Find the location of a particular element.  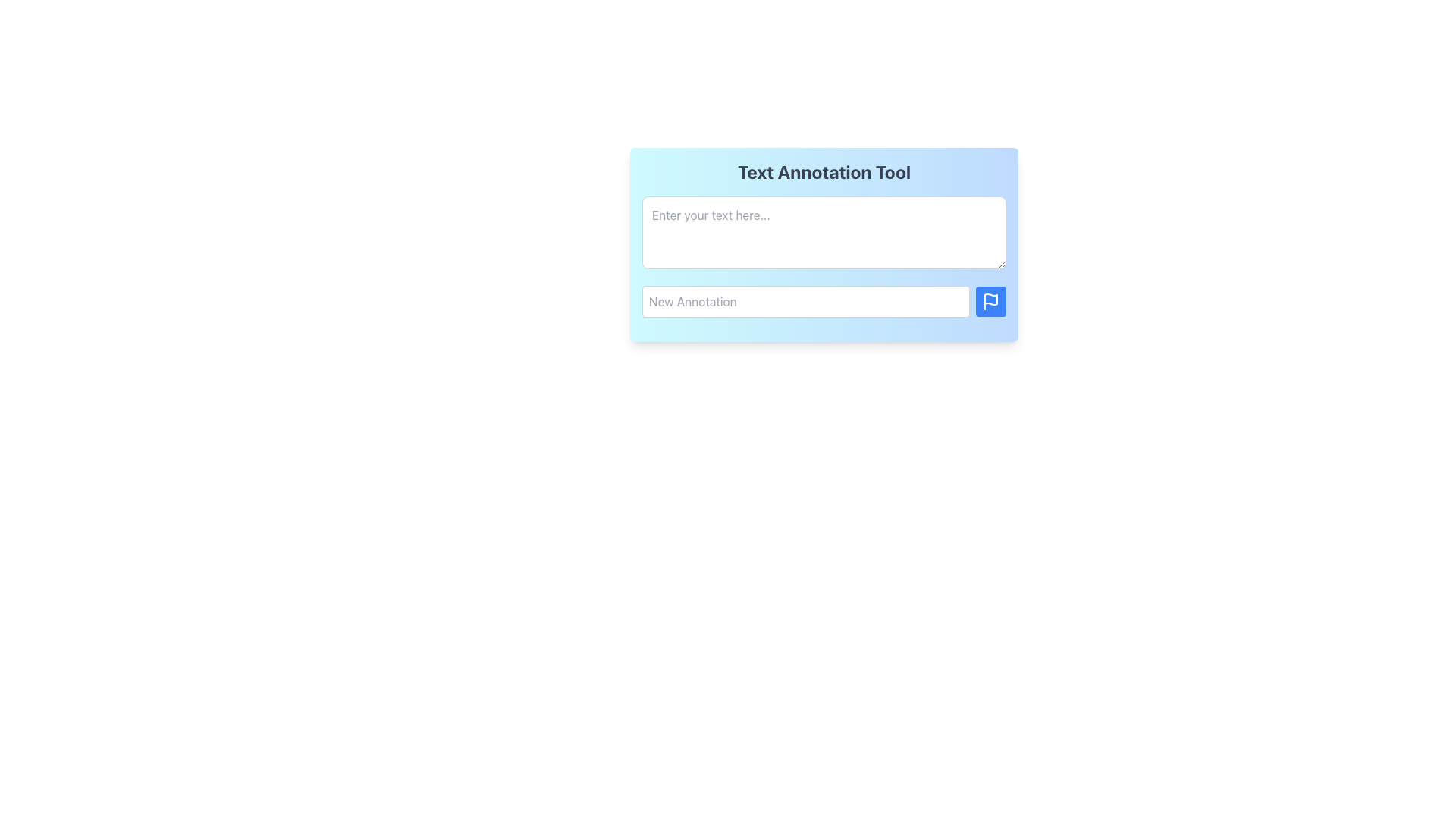

the flag icon located within the button at the far-right of the 'New Annotation' text input field is located at coordinates (990, 299).